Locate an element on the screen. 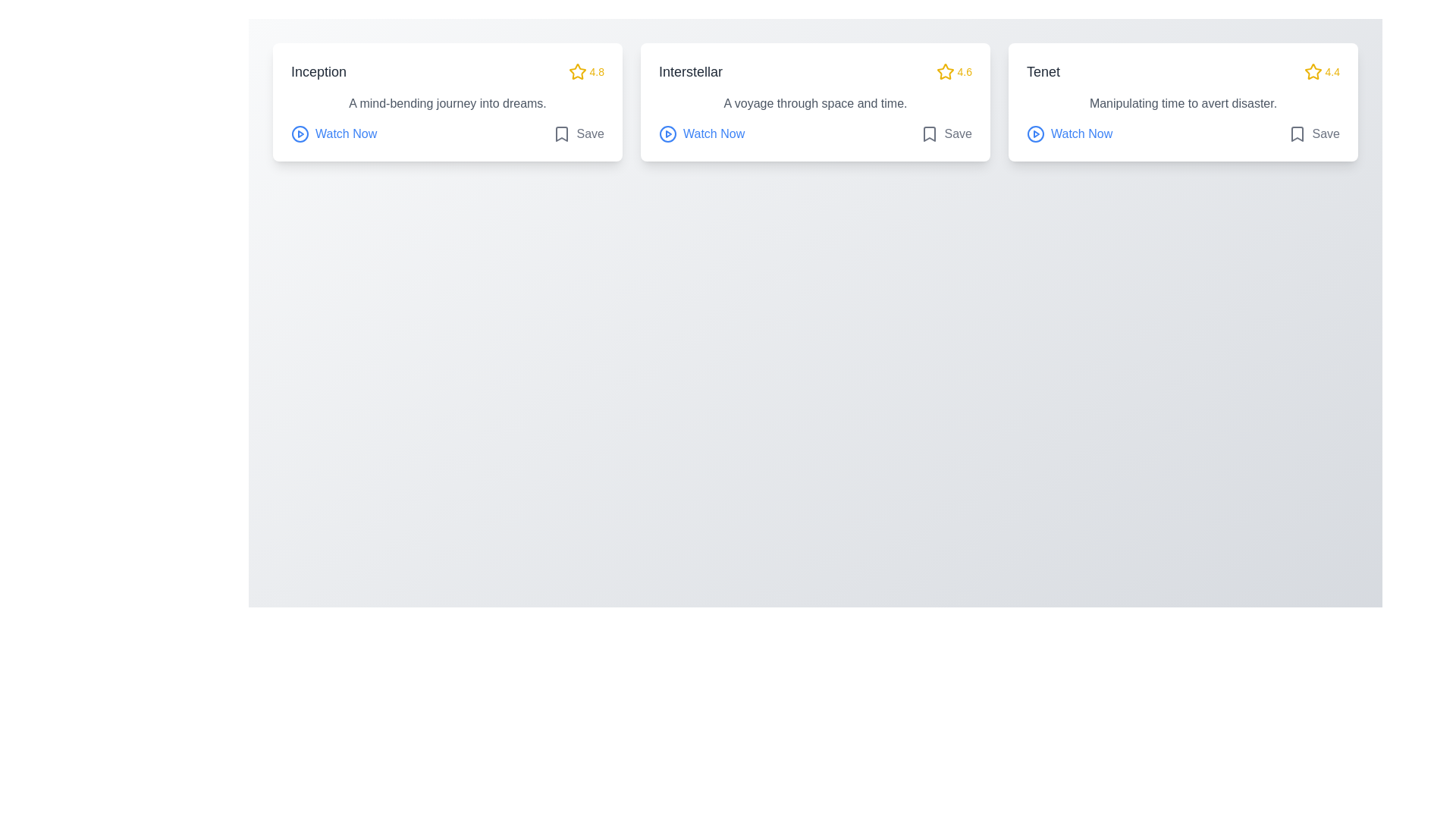  the star icon in the top-right corner of the 'Interstellar' card is located at coordinates (944, 71).